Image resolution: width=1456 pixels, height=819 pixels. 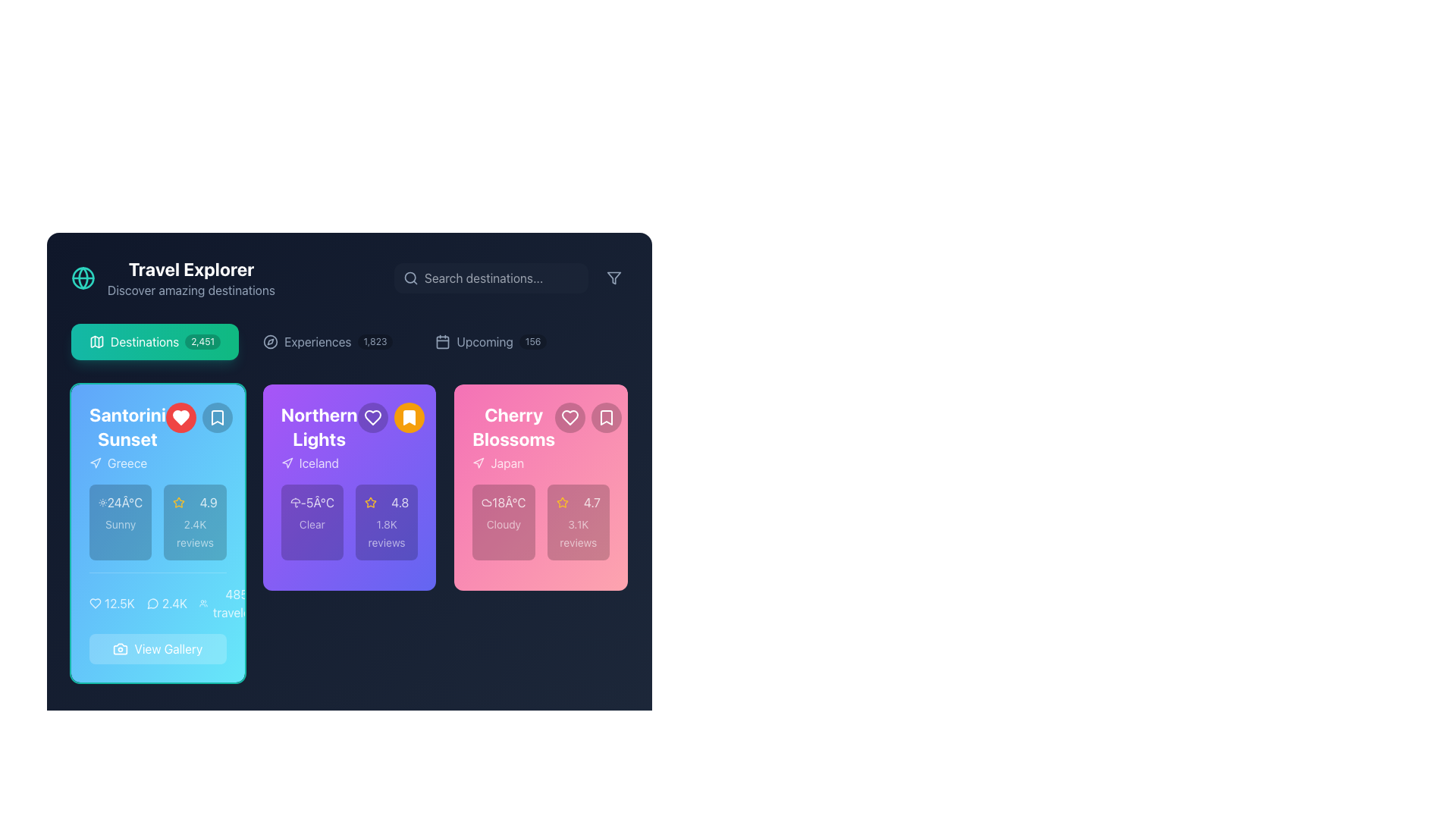 I want to click on the arrow-like icon with a triangular shape pointing to the right, which is located to the left of the text label 'Japan', so click(x=478, y=462).